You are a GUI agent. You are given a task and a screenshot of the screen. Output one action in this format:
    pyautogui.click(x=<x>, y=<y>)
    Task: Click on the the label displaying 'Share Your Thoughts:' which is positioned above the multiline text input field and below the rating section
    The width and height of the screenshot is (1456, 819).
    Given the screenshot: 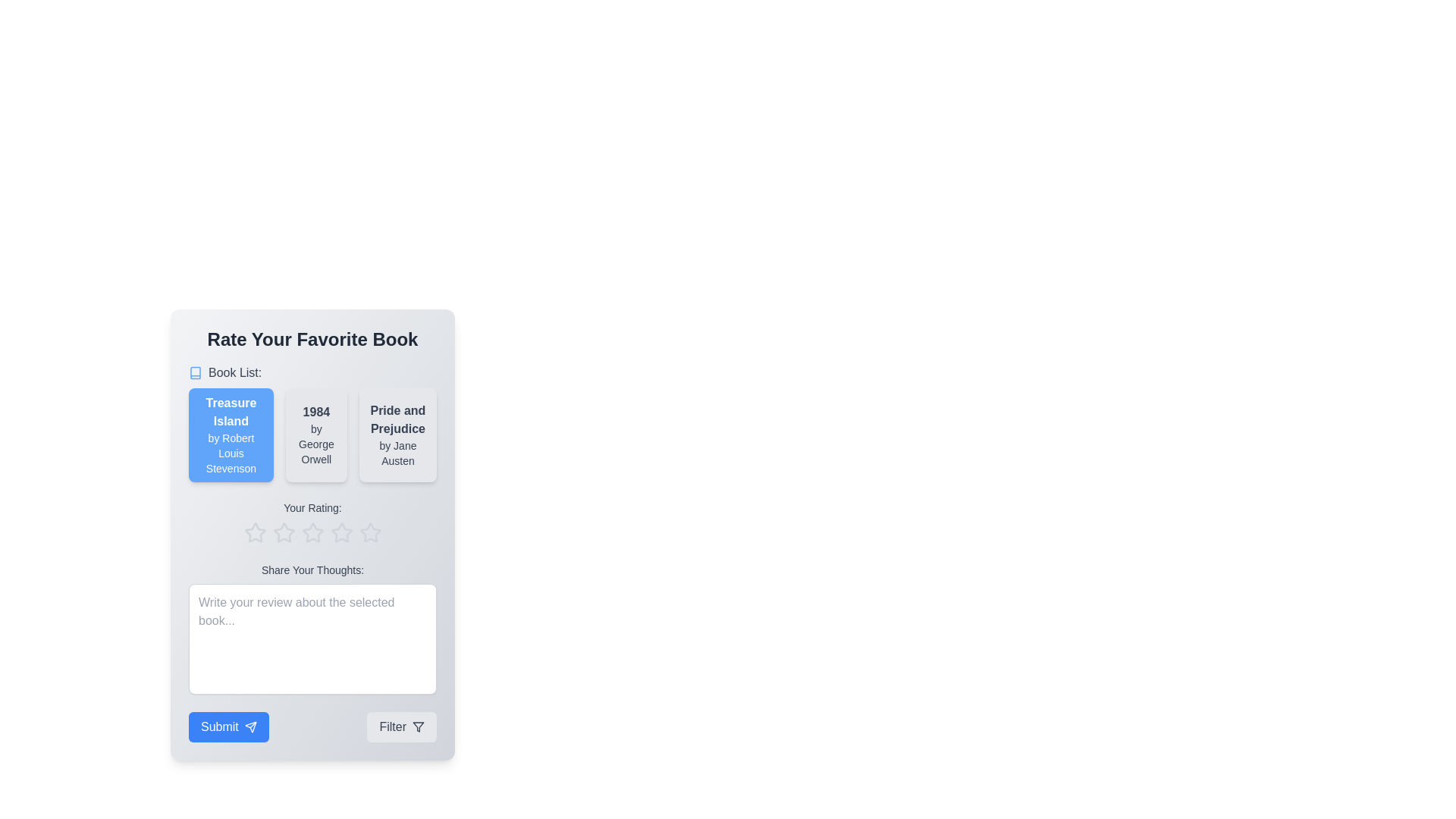 What is the action you would take?
    pyautogui.click(x=312, y=570)
    